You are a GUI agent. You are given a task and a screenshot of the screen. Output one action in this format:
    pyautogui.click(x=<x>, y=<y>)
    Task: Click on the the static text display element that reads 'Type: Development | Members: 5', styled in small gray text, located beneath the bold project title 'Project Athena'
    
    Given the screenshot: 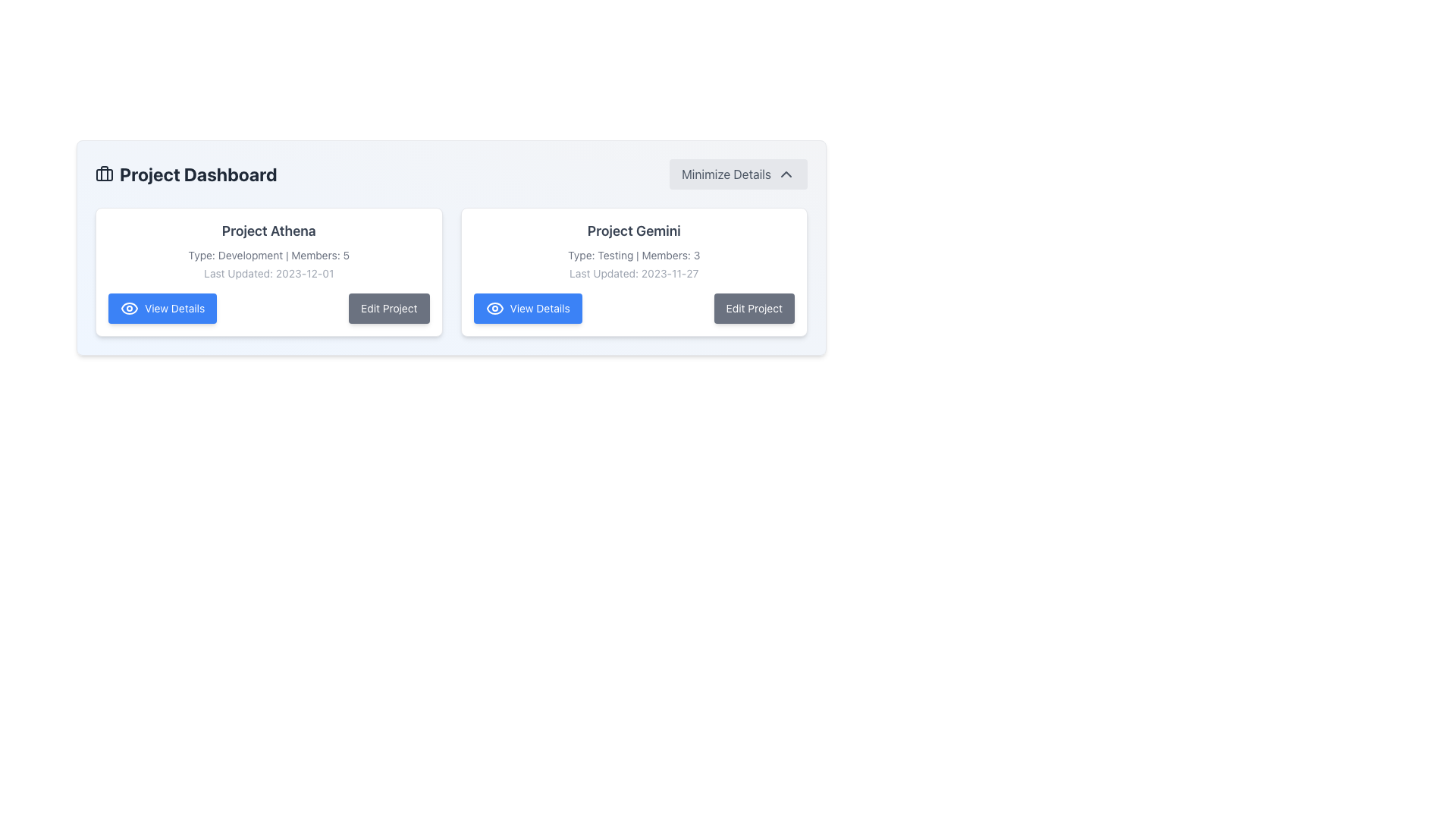 What is the action you would take?
    pyautogui.click(x=268, y=254)
    